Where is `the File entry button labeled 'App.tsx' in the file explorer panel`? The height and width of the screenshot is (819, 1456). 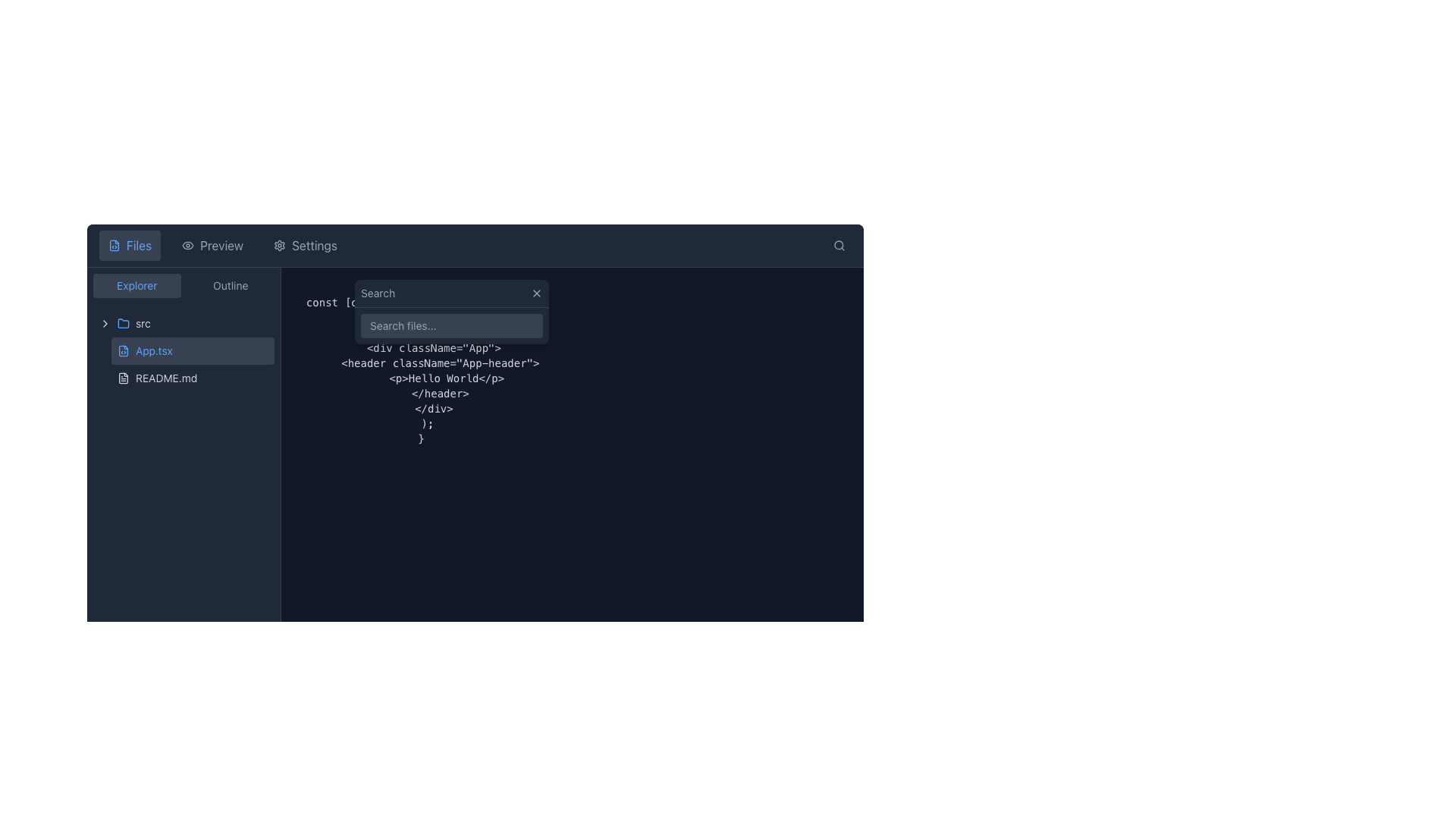
the File entry button labeled 'App.tsx' in the file explorer panel is located at coordinates (192, 350).